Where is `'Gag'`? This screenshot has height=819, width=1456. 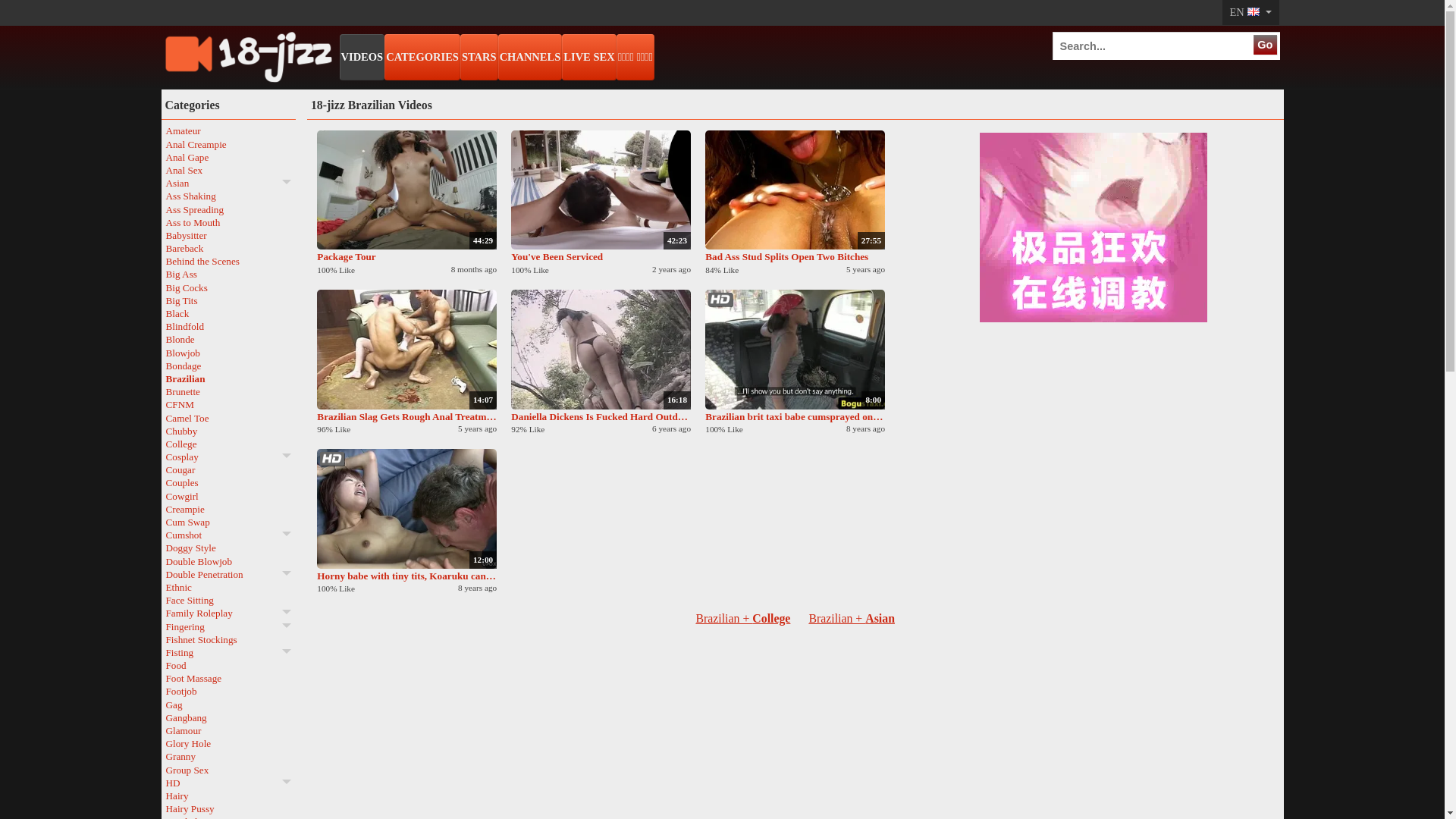
'Gag' is located at coordinates (227, 704).